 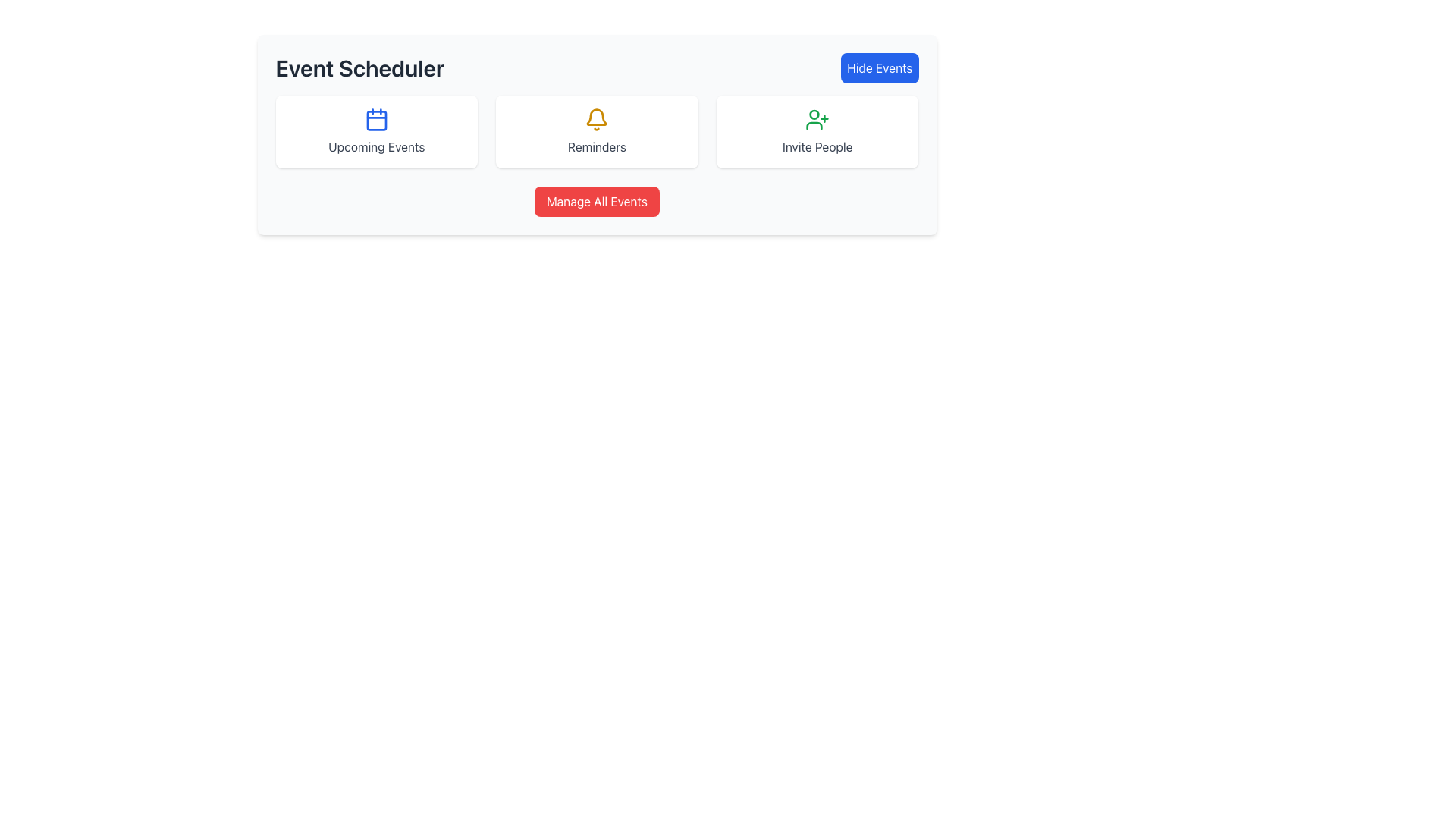 I want to click on the decorative notification icon located in the center of three icons within the Event Scheduler panel, specifically in the 'Reminders' card, so click(x=596, y=116).